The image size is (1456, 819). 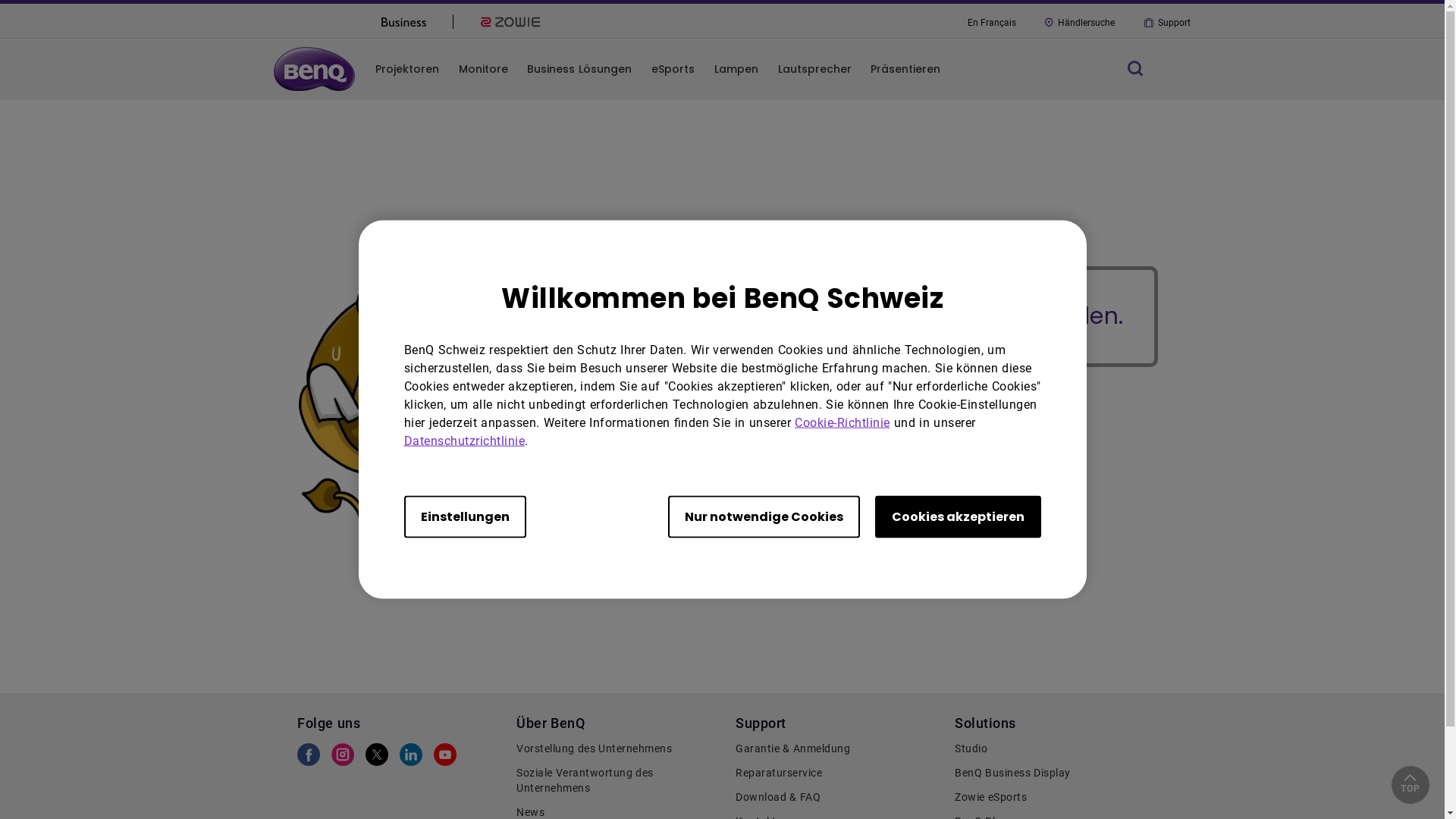 What do you see at coordinates (957, 516) in the screenshot?
I see `'Cookies akzeptieren'` at bounding box center [957, 516].